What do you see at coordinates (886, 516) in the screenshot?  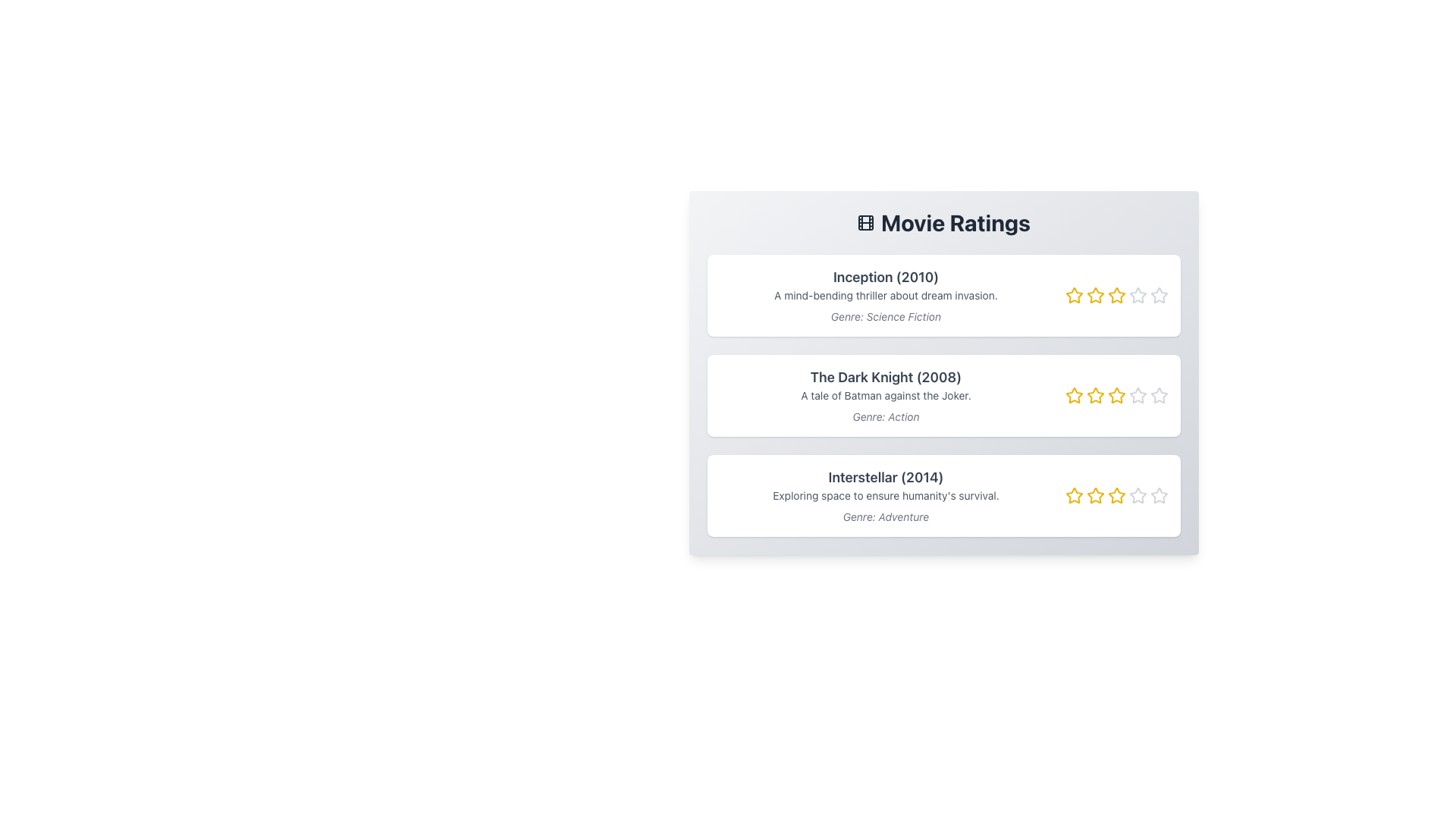 I see `the text label displaying 'Genre: Adventure', which is styled in small italicized gray font, located at the bottom of the information block for 'Interstellar (2014)'` at bounding box center [886, 516].